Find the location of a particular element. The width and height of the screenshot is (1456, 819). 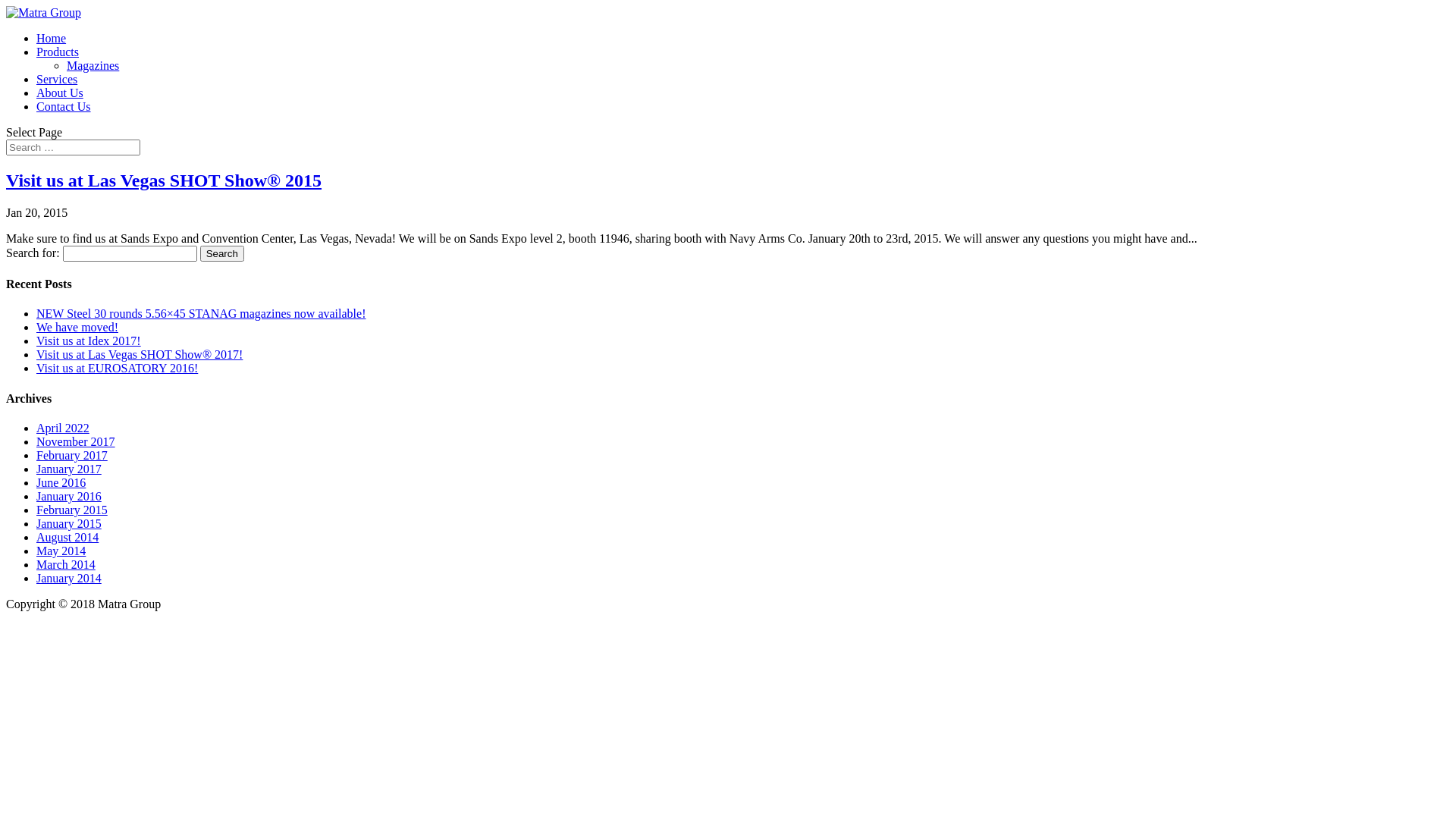

'January 2016' is located at coordinates (68, 496).